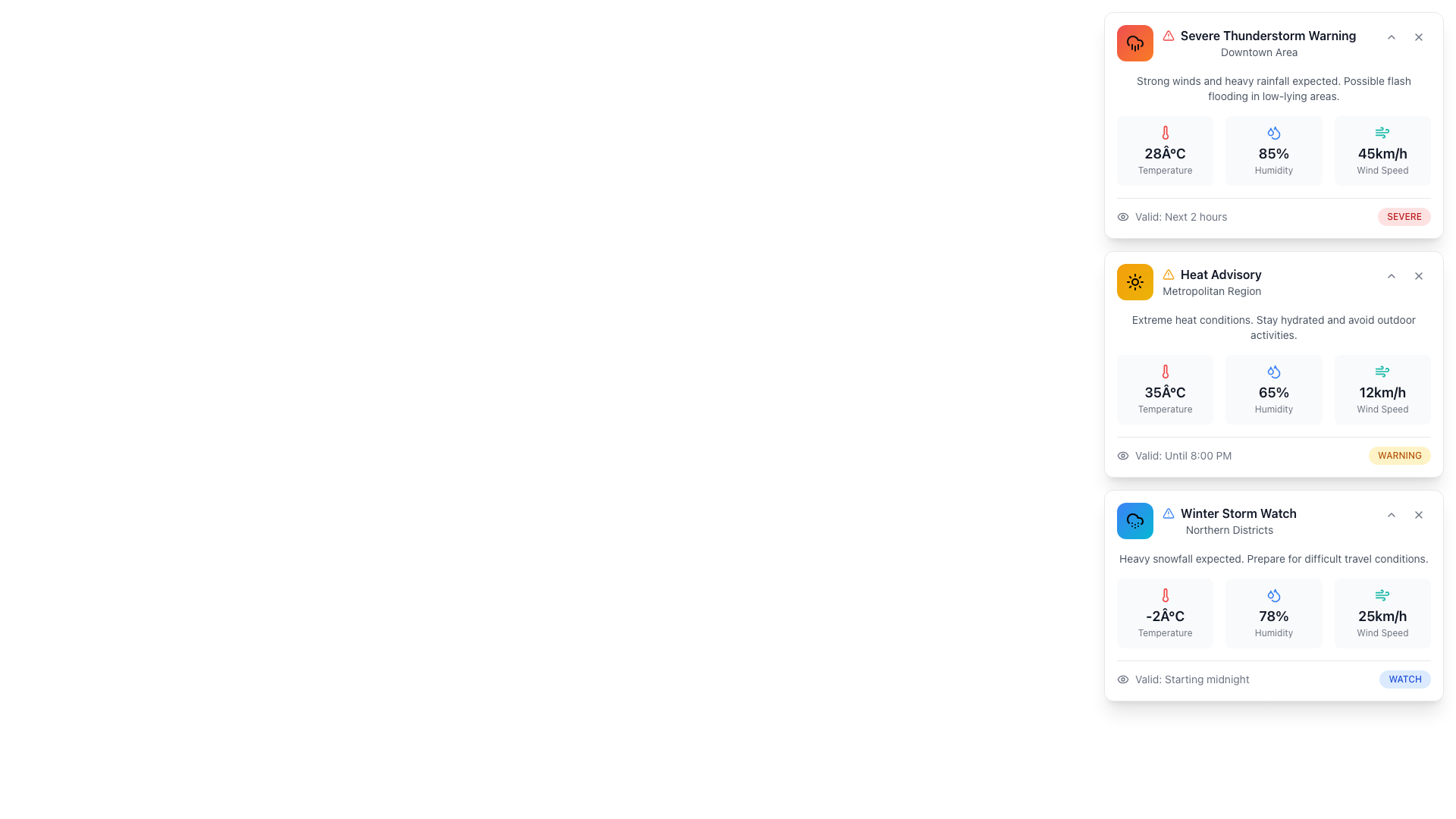 The image size is (1456, 819). I want to click on the text label for the weather alert, which is located within the third alert card and positioned to the right of the alert icon, so click(1238, 513).